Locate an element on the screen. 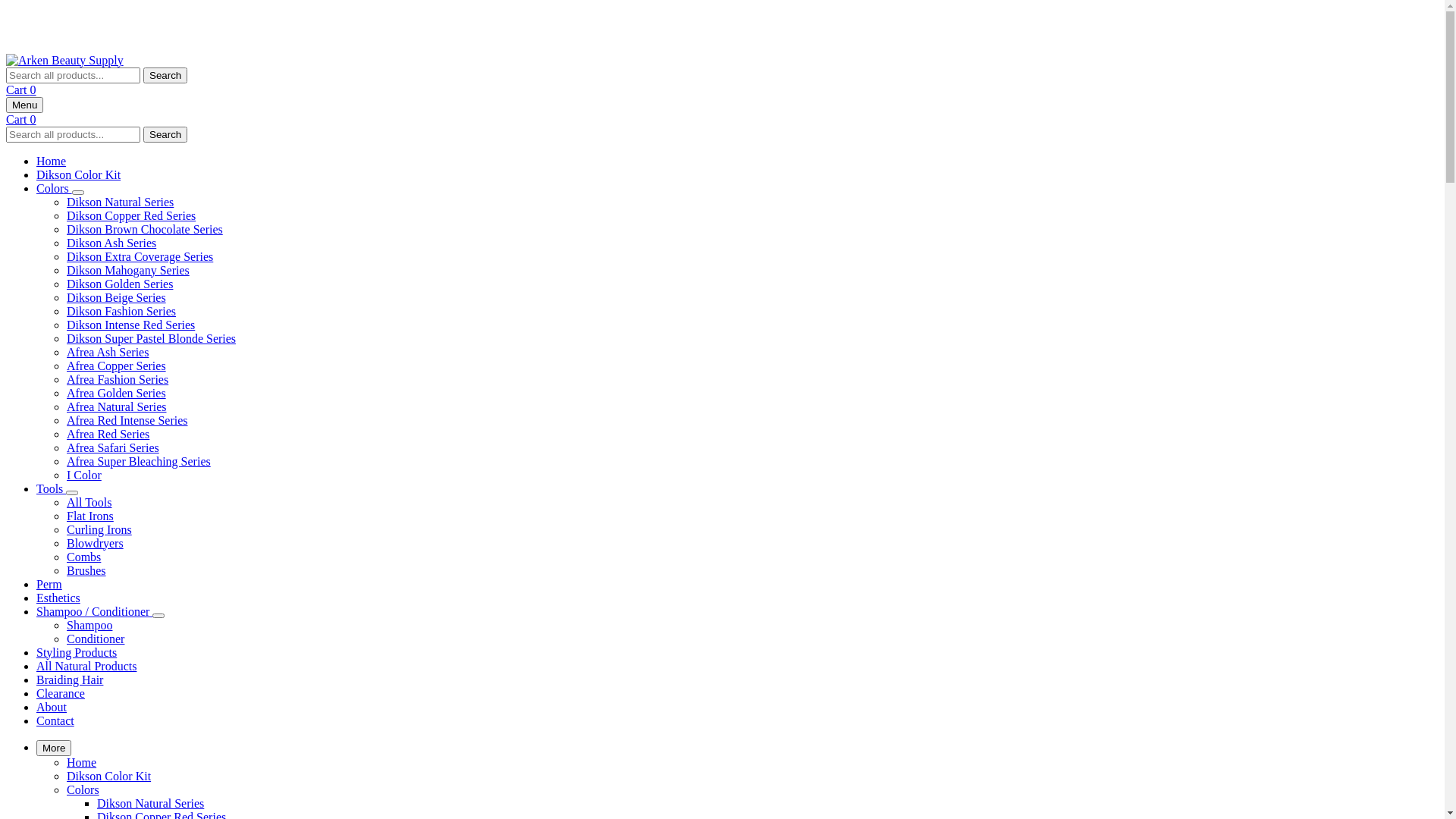  'Curling Irons' is located at coordinates (98, 529).